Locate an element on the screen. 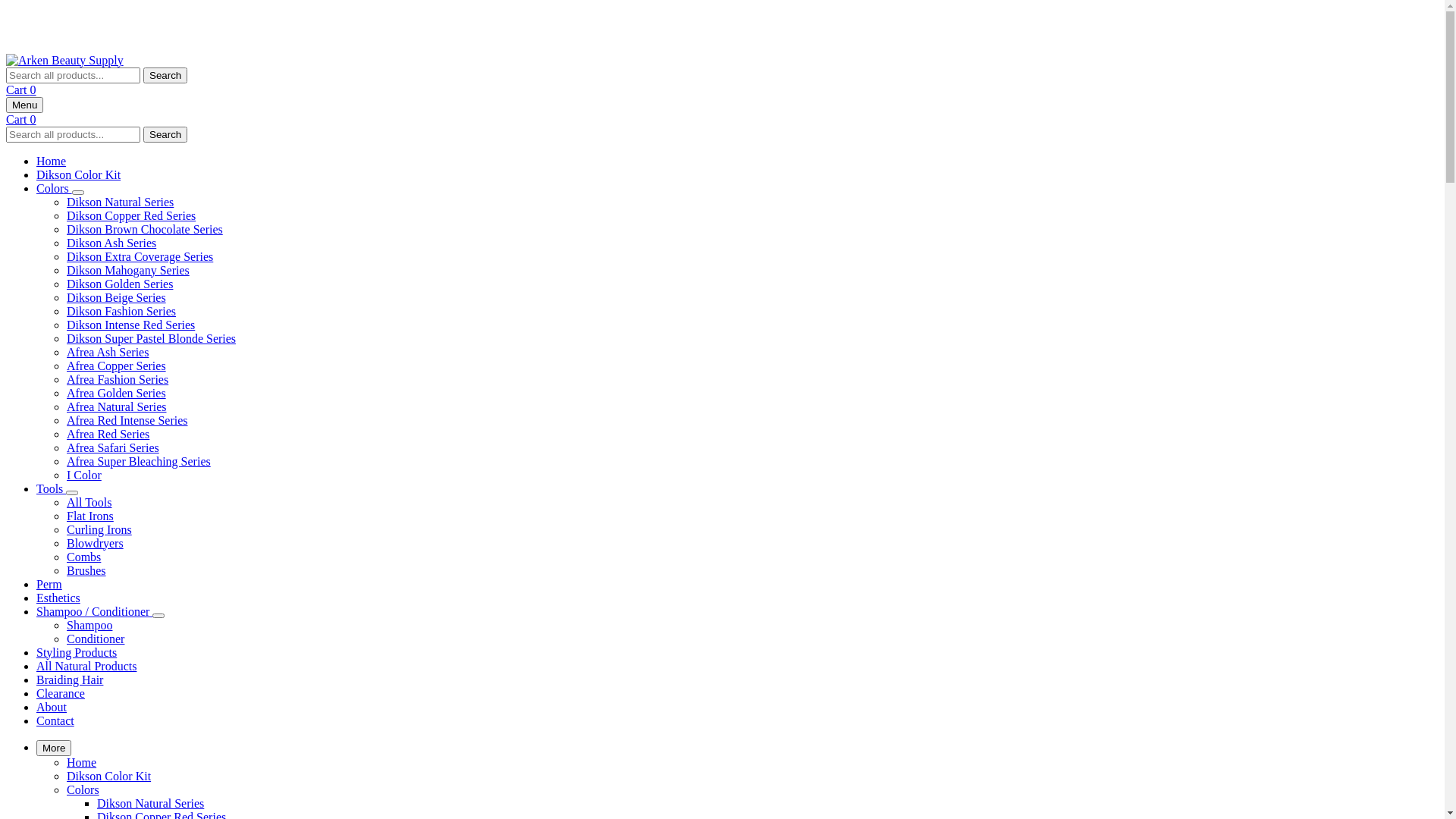  'Curling Irons' is located at coordinates (98, 529).